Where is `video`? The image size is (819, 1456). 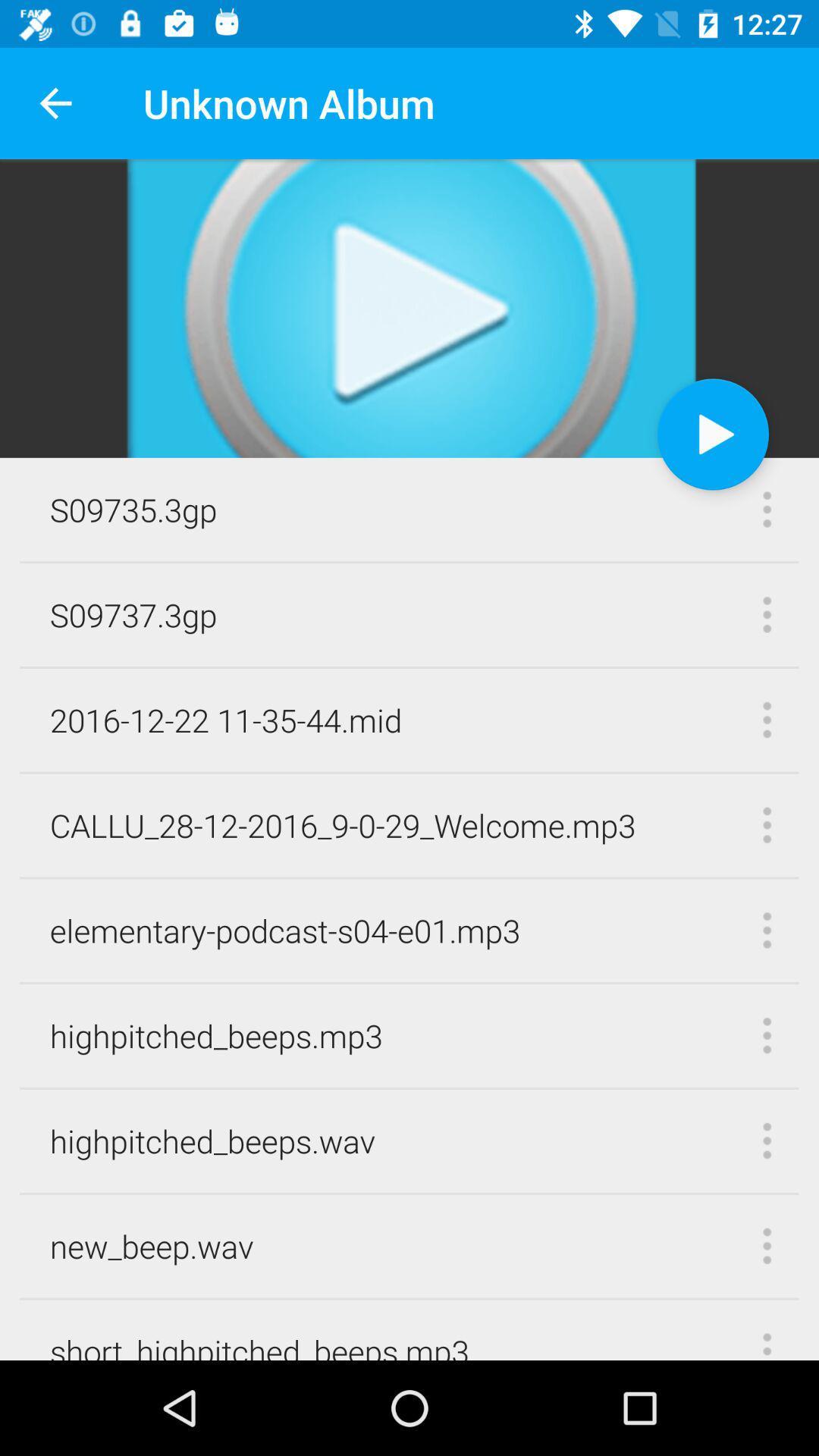 video is located at coordinates (713, 433).